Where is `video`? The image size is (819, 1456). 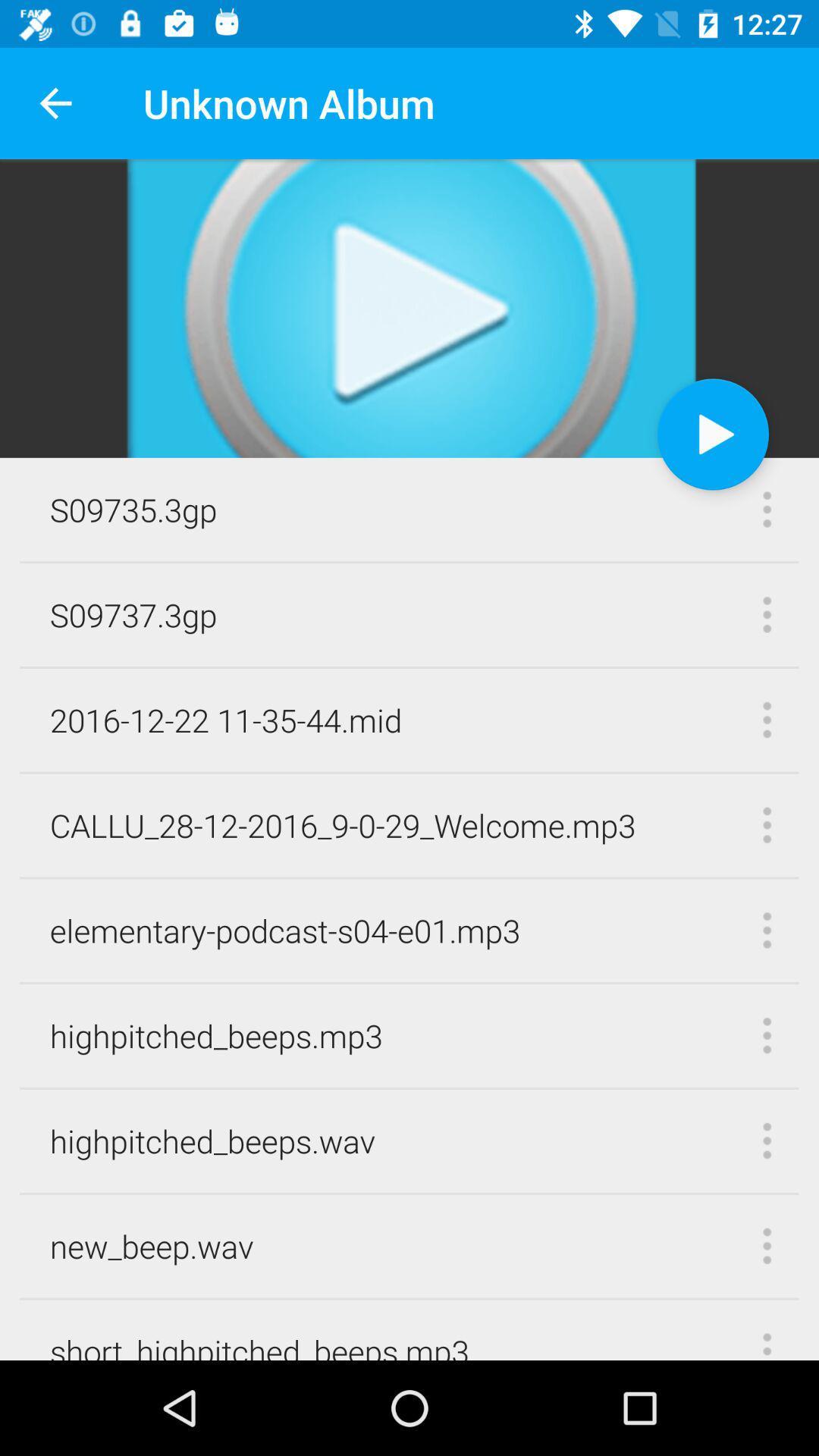 video is located at coordinates (713, 433).